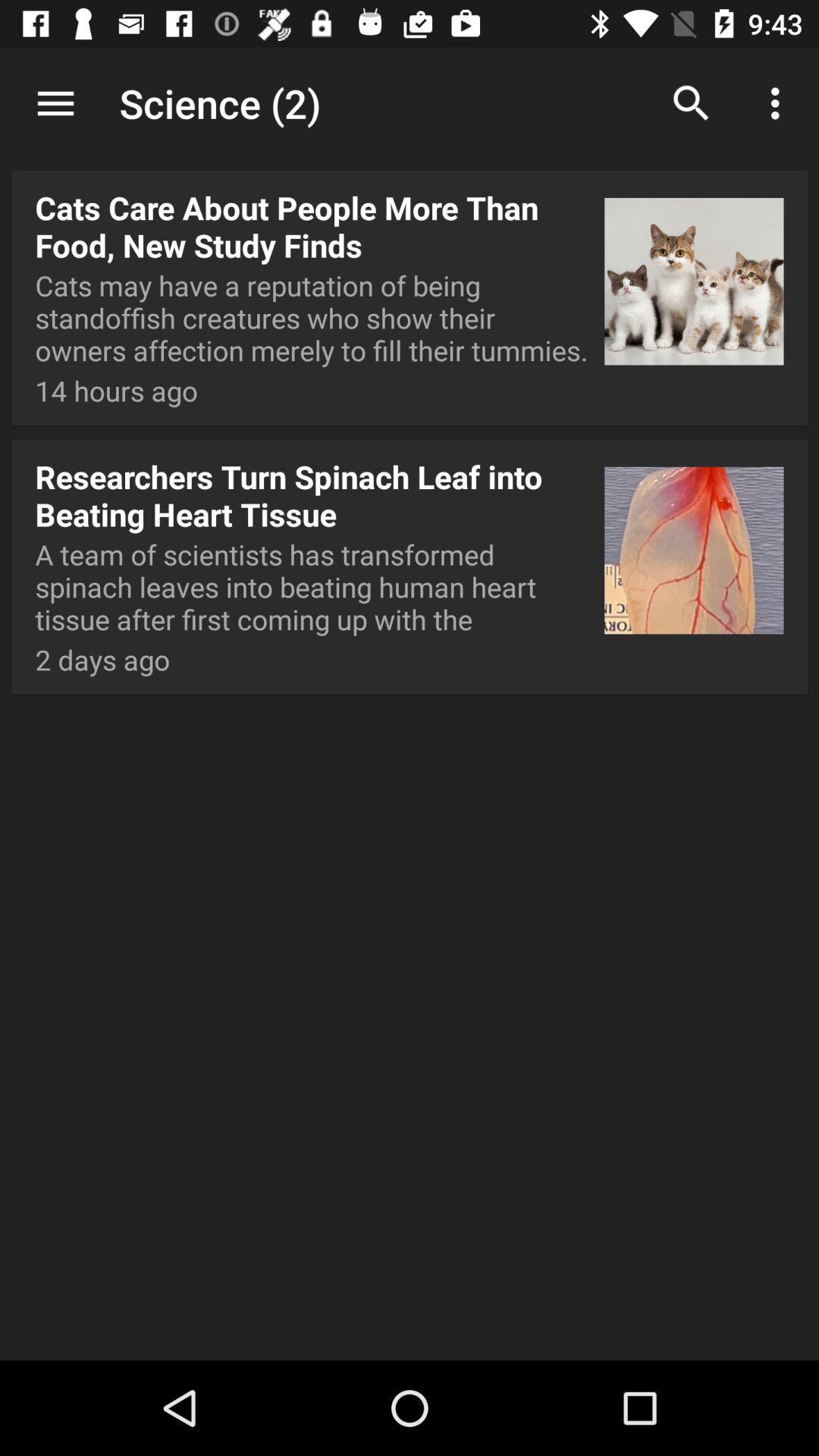  I want to click on the app to the right of the science (2) icon, so click(691, 102).